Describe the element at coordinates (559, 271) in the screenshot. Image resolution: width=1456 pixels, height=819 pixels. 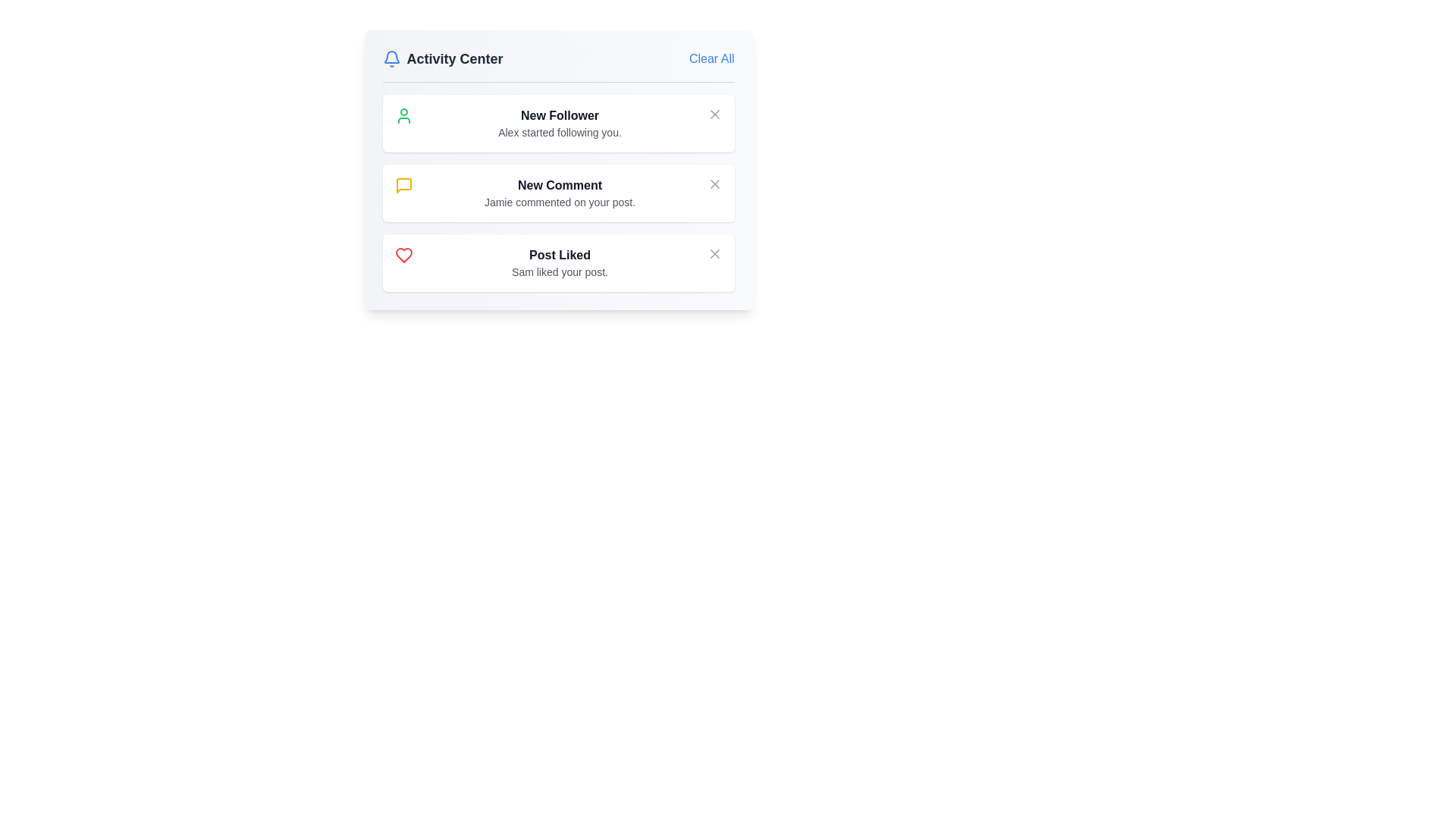
I see `the static text displaying 'Sam liked your post.' located beneath the bold title 'Post Liked' in the notification card` at that location.